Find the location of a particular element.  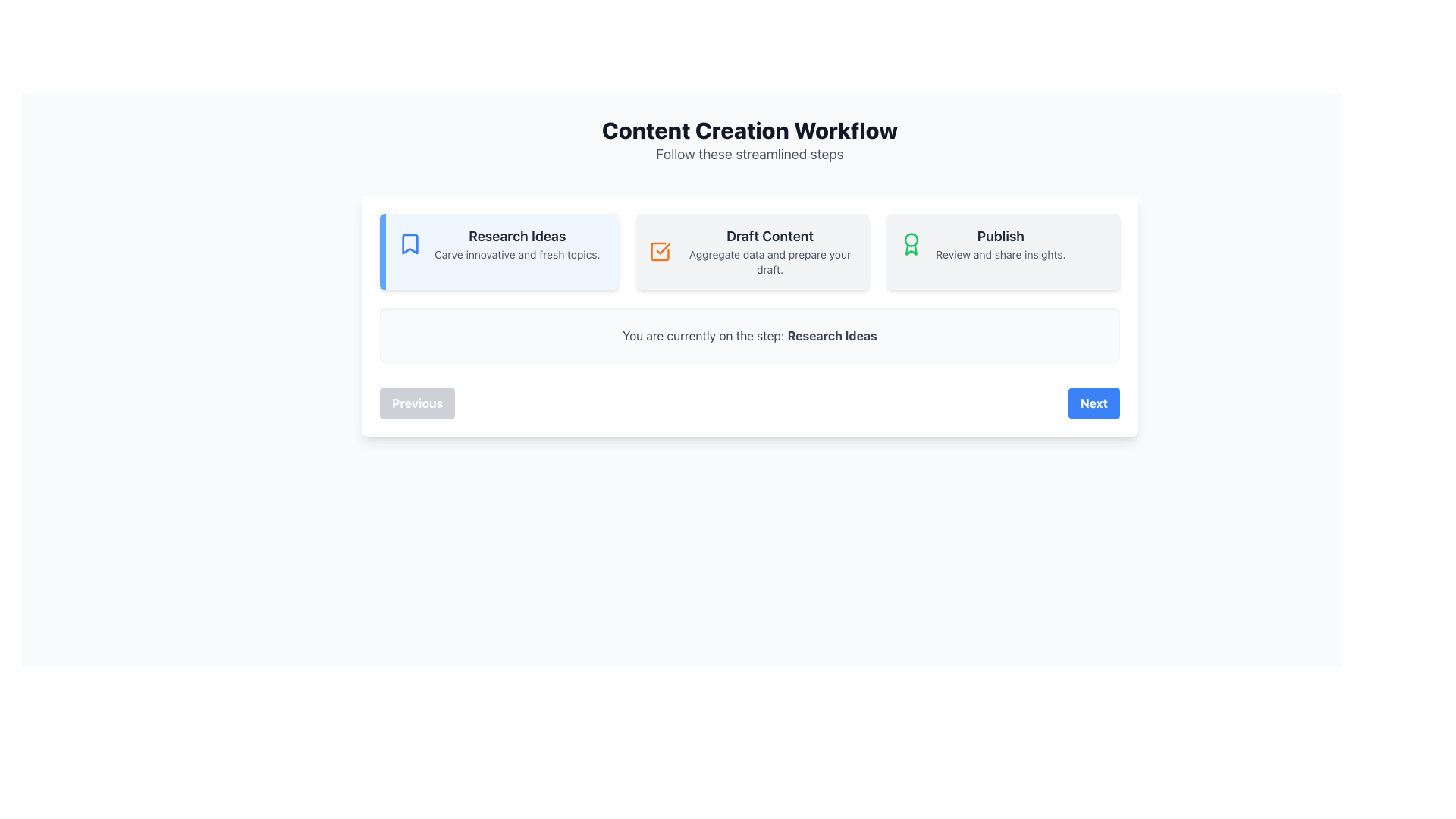

the visual indication of the selected state by interacting with the checkmark icon in the 'Draft Content' tab, which indicates that the step has been completed is located at coordinates (663, 248).